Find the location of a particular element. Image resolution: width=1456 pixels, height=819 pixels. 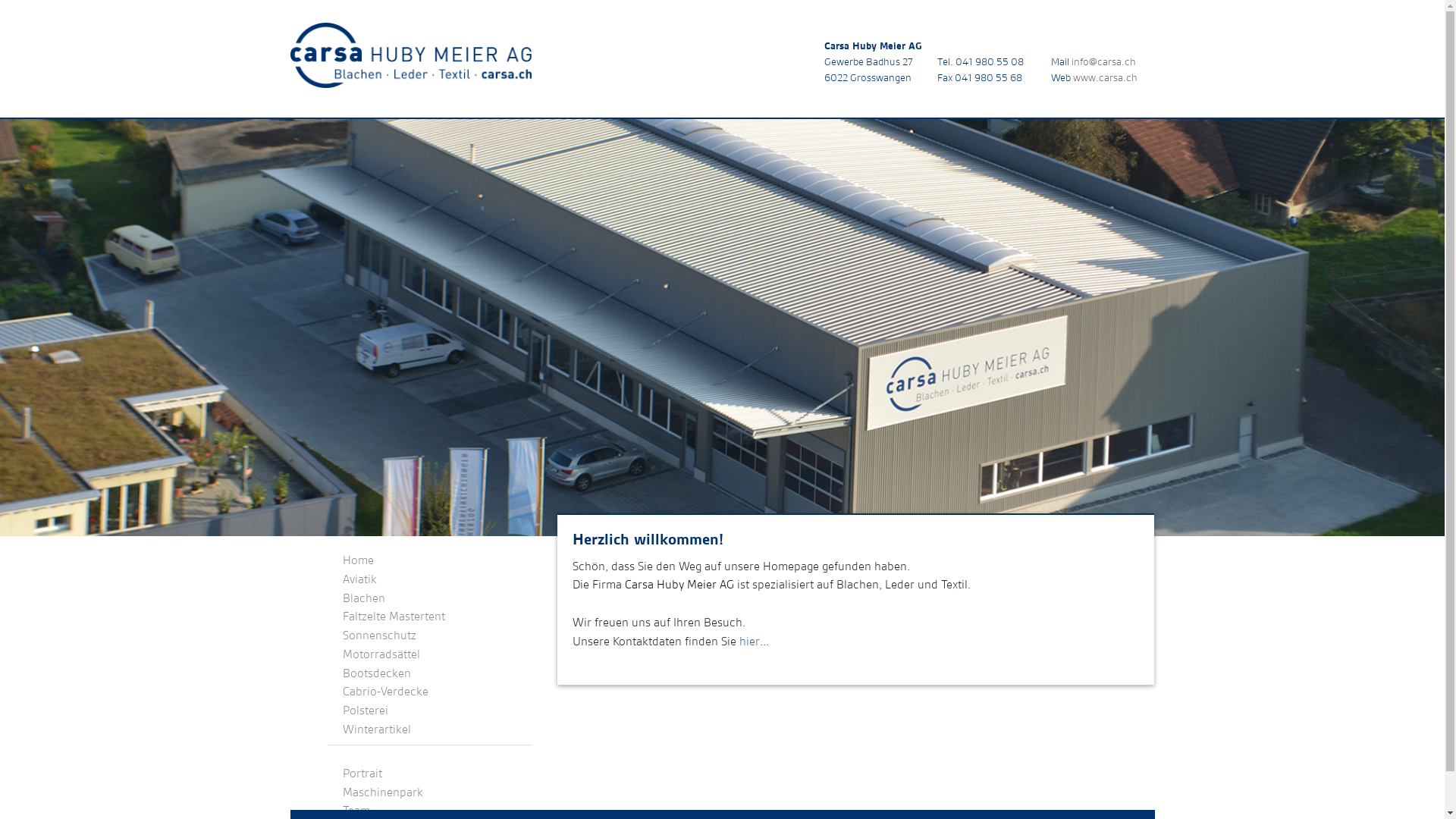

'Maschinenpark' is located at coordinates (382, 791).